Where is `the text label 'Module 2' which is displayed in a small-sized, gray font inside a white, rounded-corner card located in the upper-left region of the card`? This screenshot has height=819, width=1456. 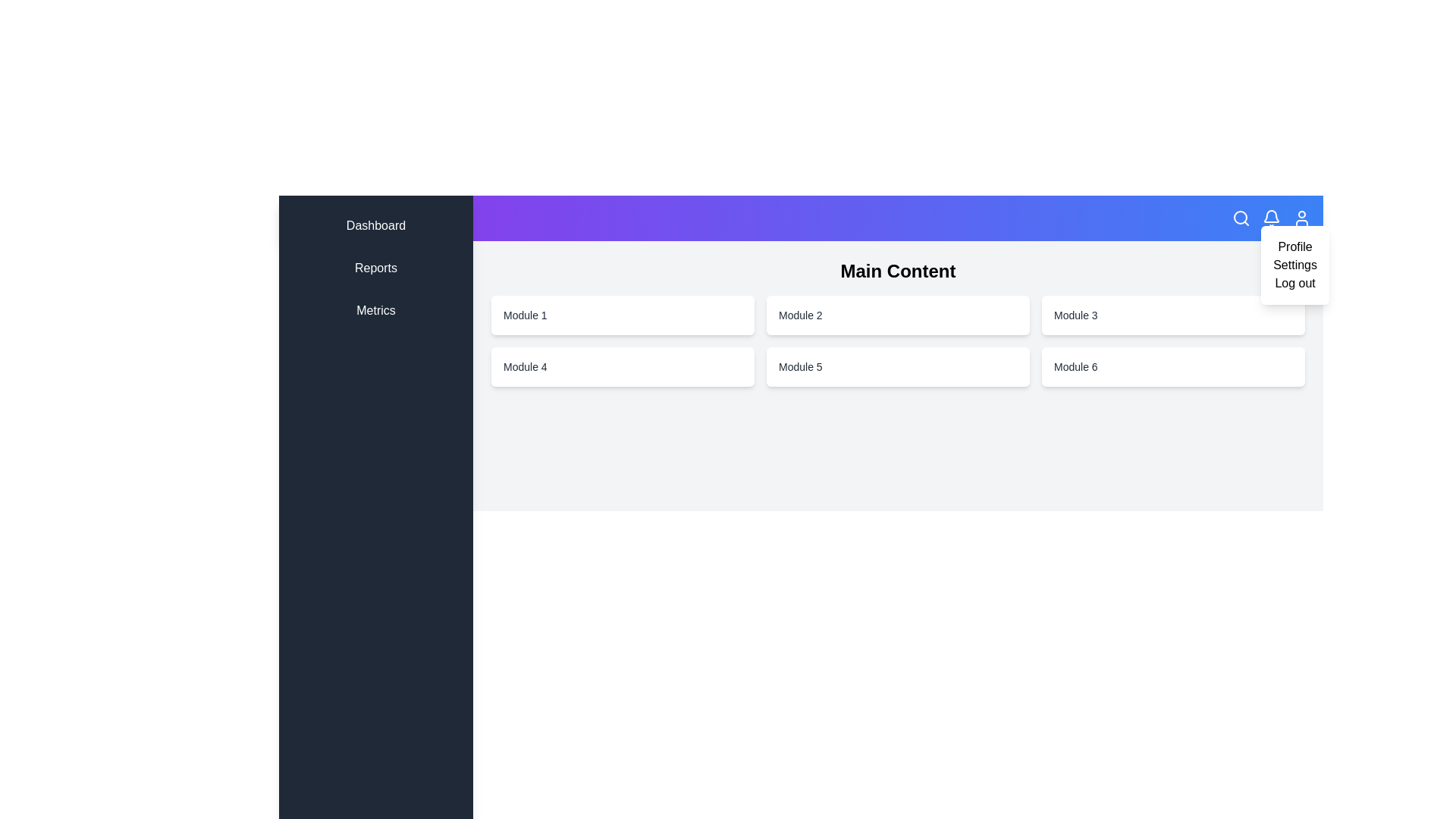 the text label 'Module 2' which is displayed in a small-sized, gray font inside a white, rounded-corner card located in the upper-left region of the card is located at coordinates (799, 315).